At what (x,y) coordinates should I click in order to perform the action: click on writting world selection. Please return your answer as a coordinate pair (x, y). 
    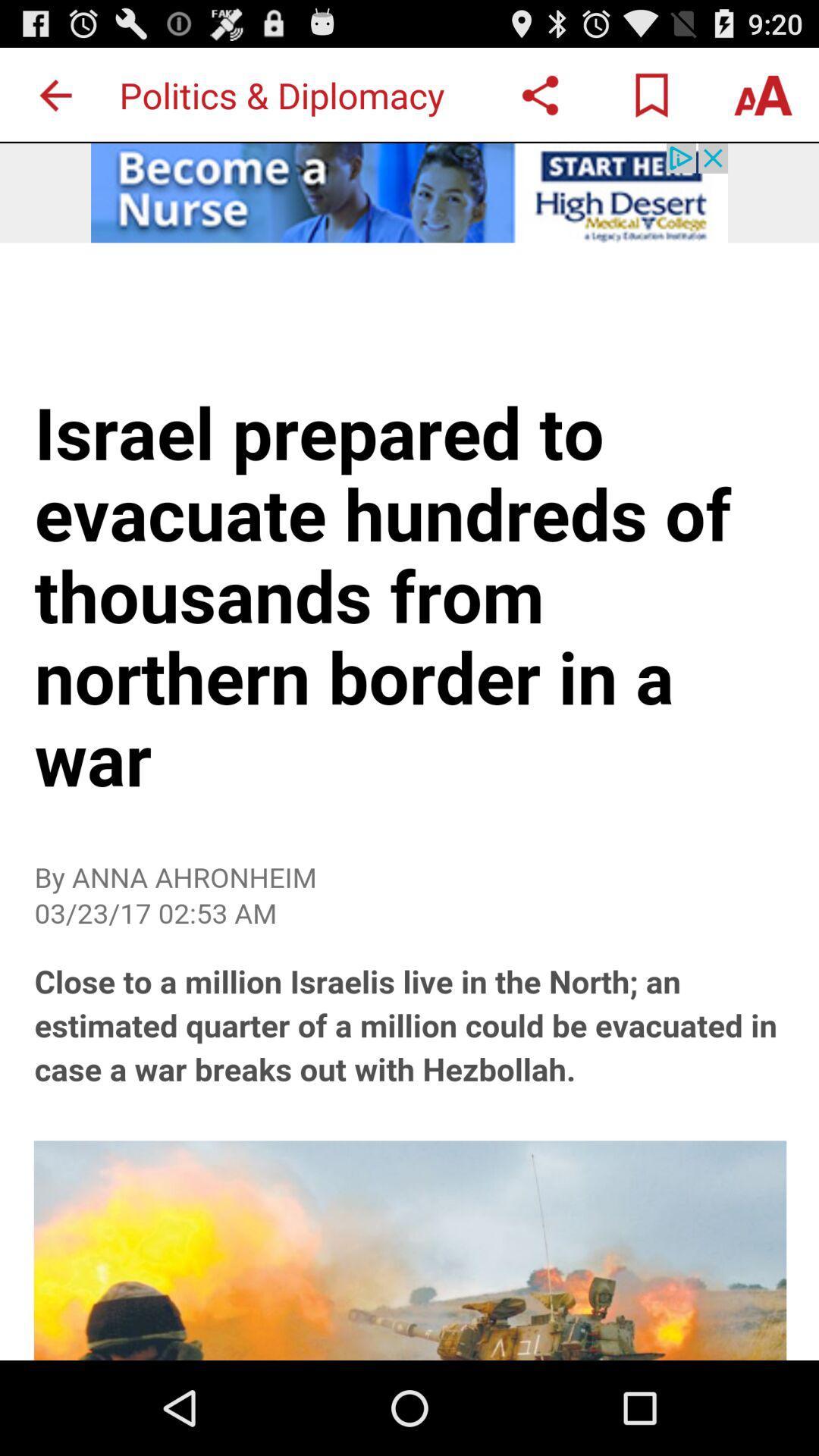
    Looking at the image, I should click on (763, 94).